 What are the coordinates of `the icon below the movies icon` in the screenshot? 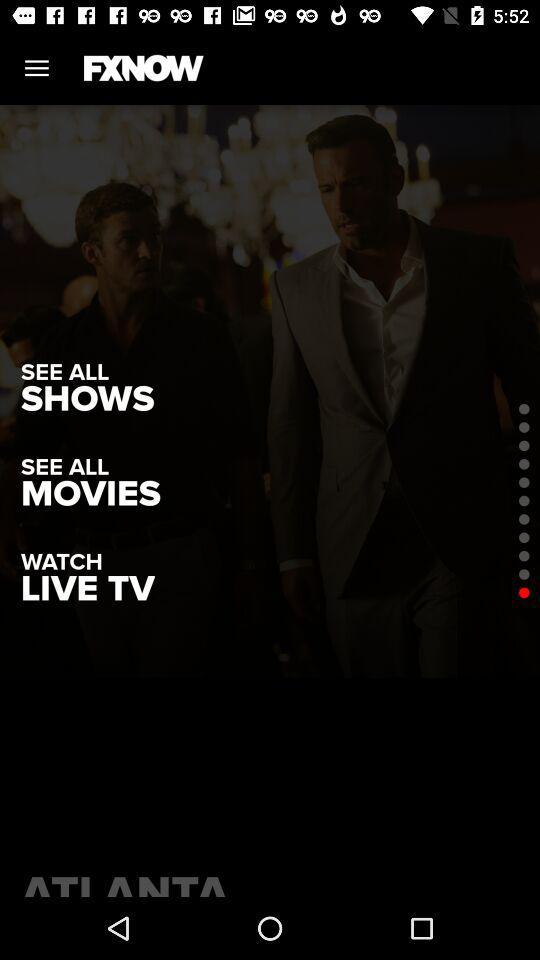 It's located at (86, 589).